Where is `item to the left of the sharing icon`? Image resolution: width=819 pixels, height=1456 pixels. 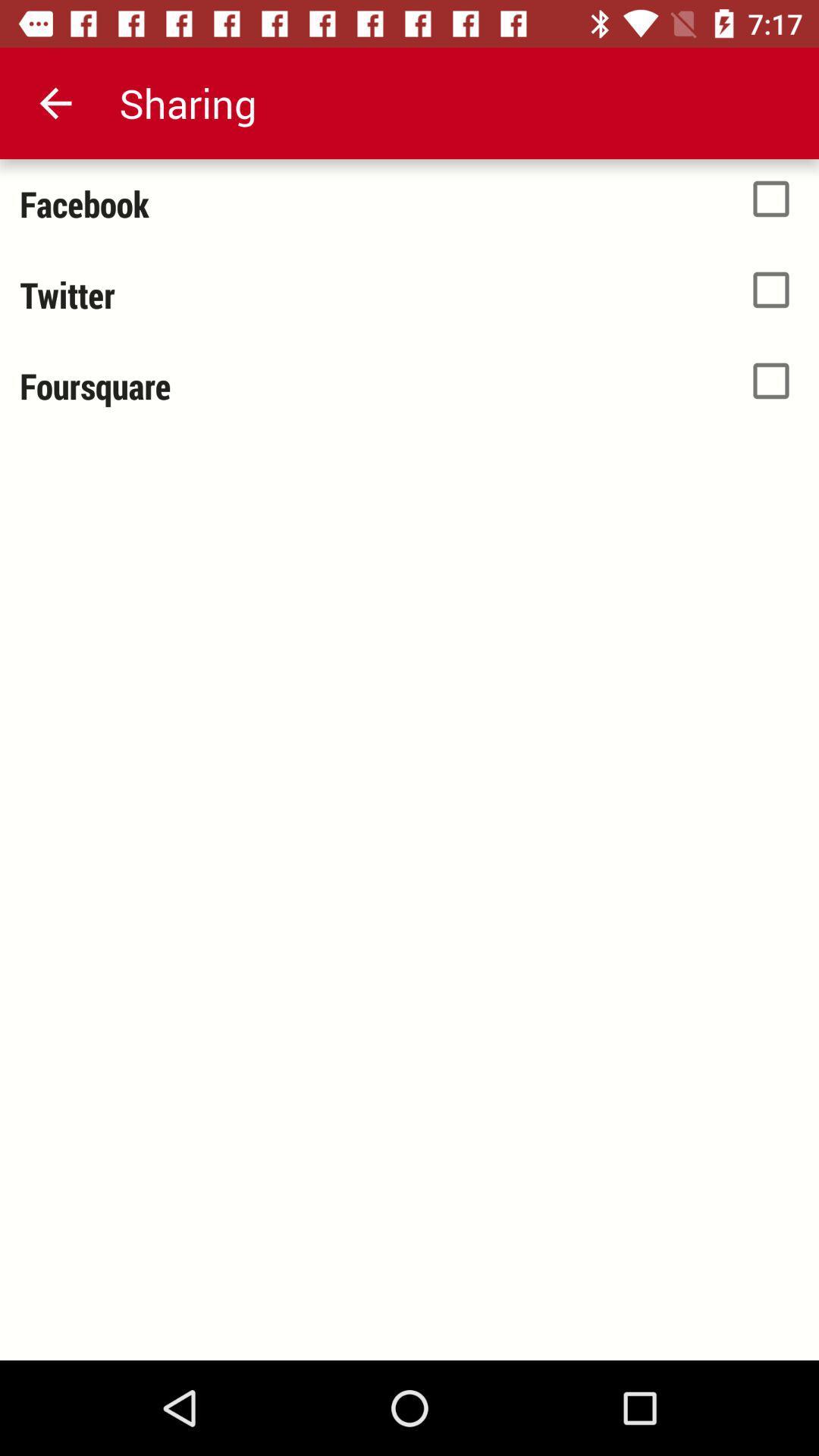
item to the left of the sharing icon is located at coordinates (55, 102).